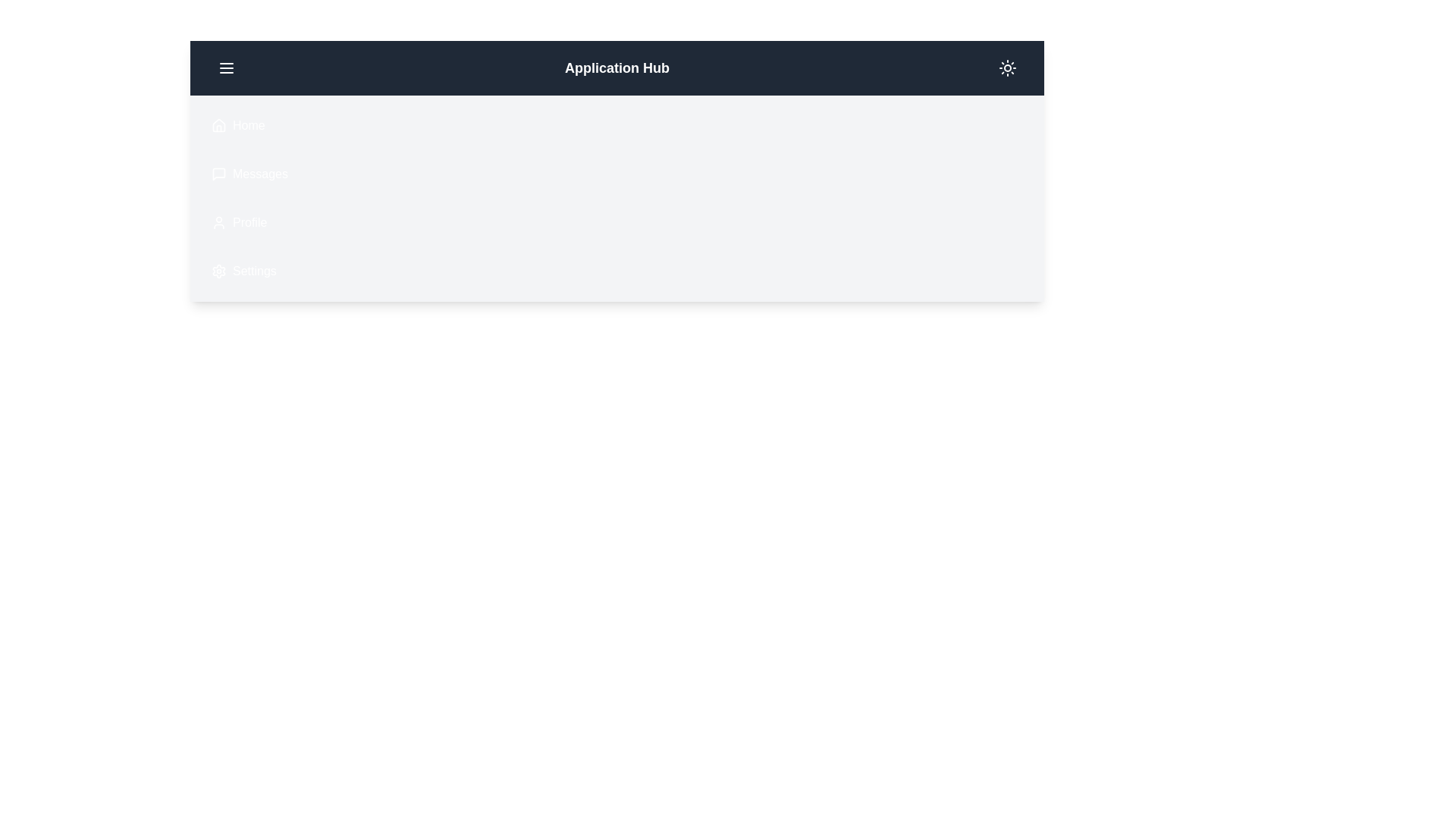 The image size is (1456, 819). Describe the element at coordinates (1008, 67) in the screenshot. I see `the dark mode toggle button located at the top-right corner of the app bar` at that location.